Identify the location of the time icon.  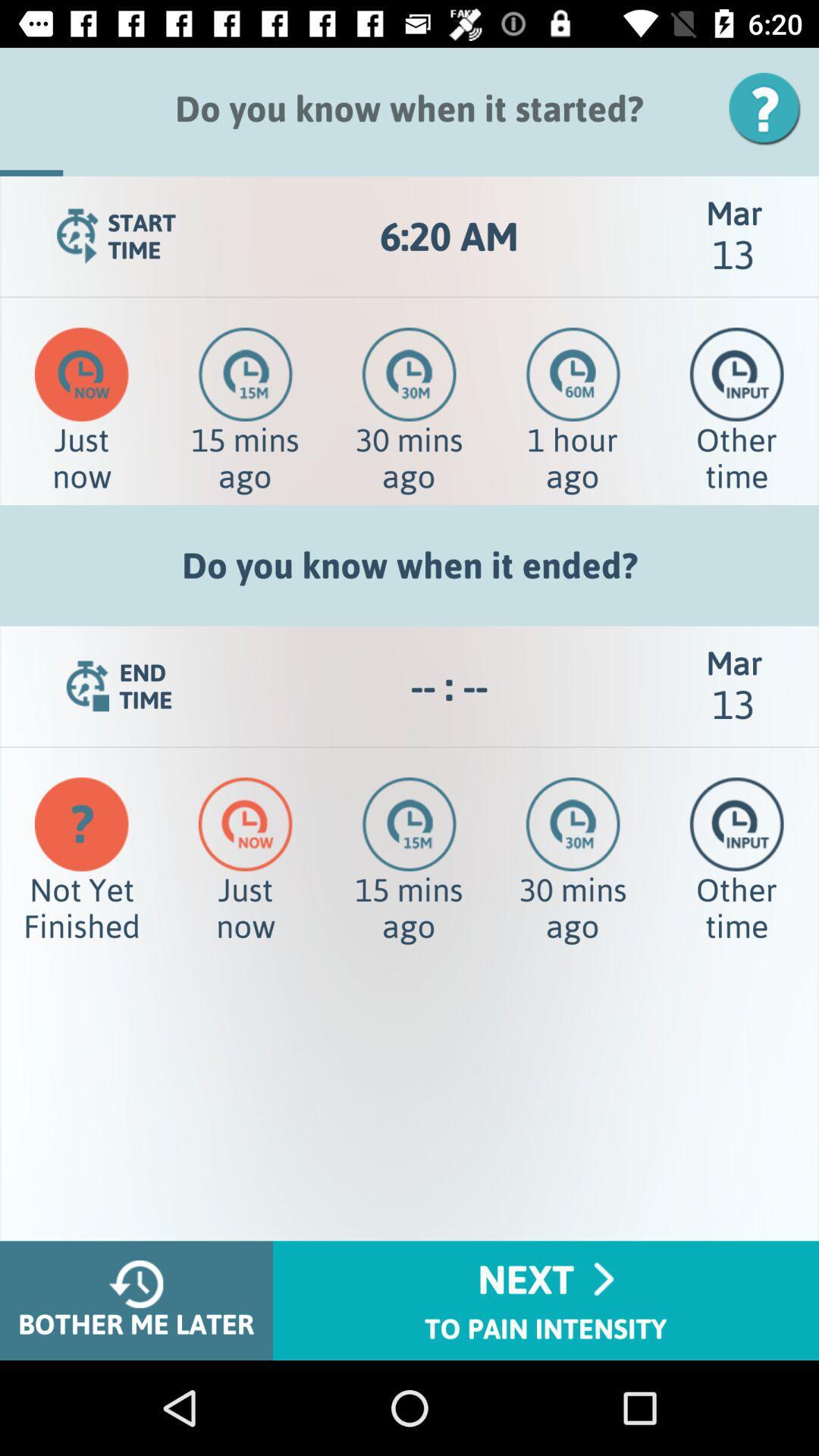
(736, 824).